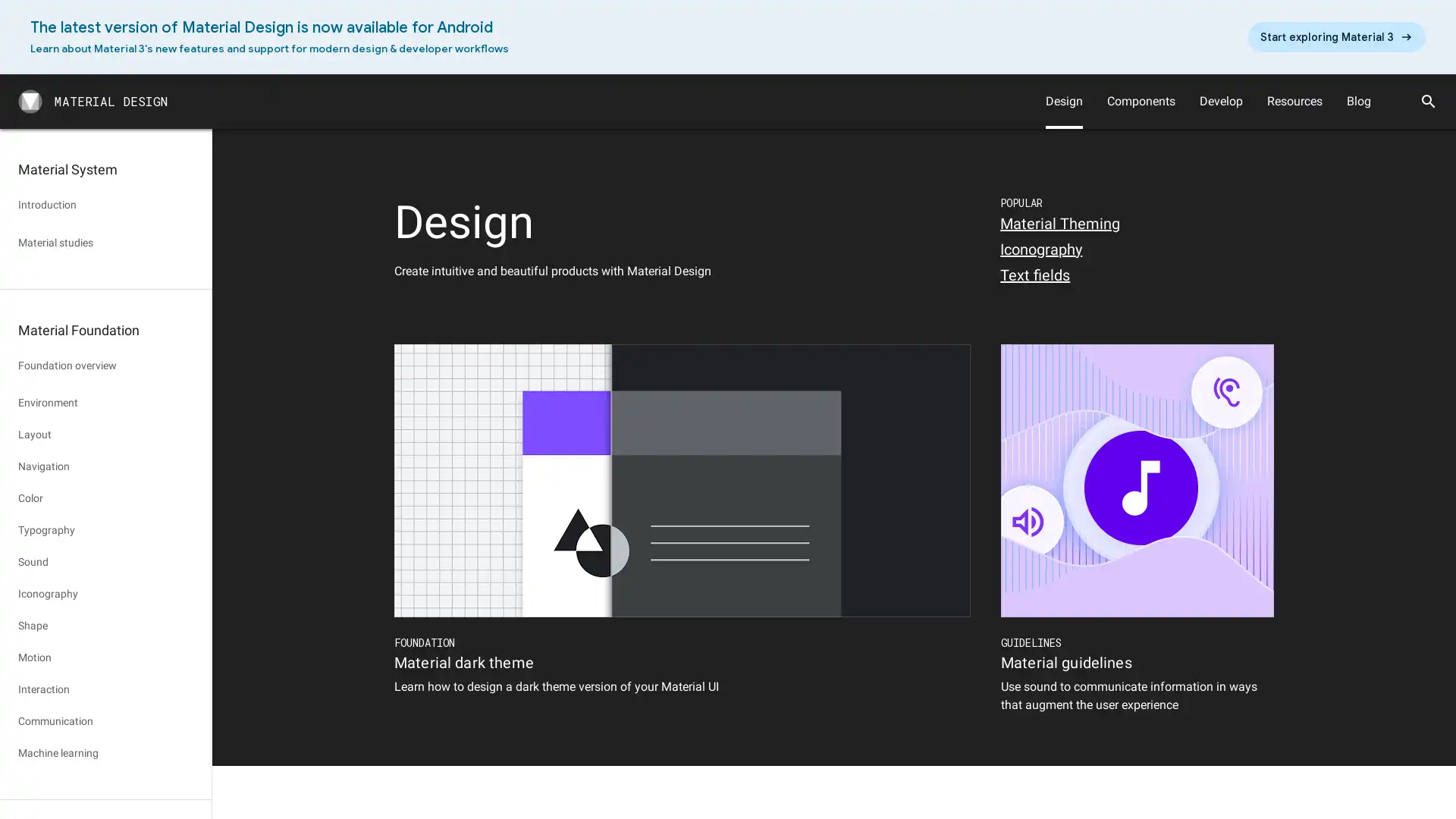  What do you see at coordinates (1336, 36) in the screenshot?
I see `arrow_right_alt` at bounding box center [1336, 36].